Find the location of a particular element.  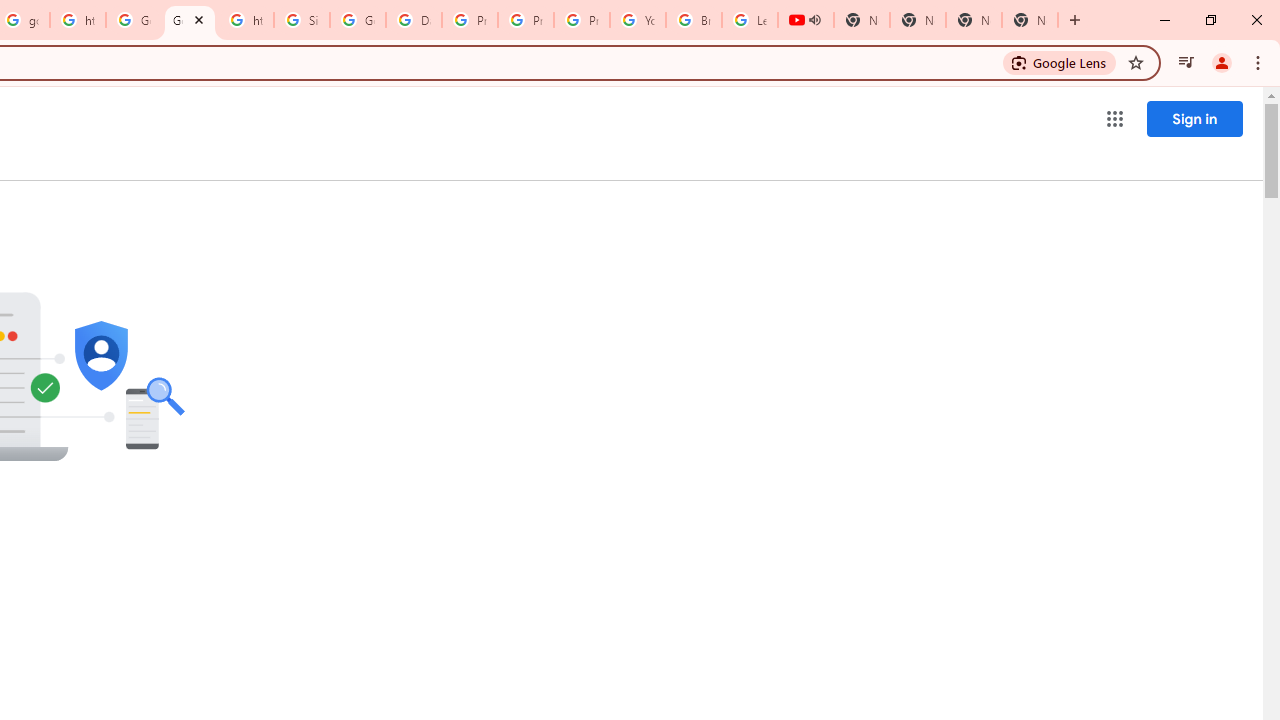

'Search with Google Lens' is located at coordinates (1058, 61).